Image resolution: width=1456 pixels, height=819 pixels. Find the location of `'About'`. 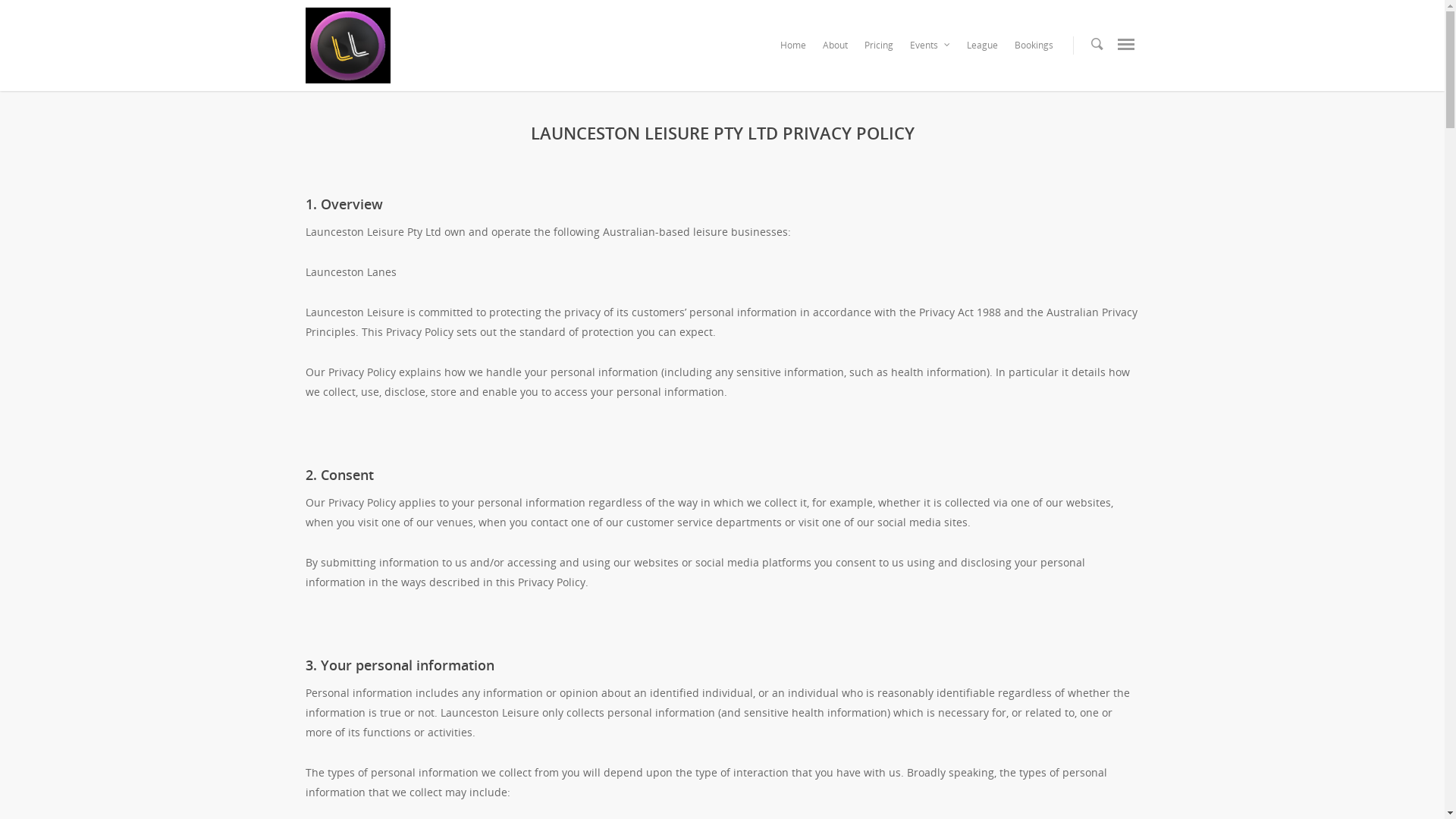

'About' is located at coordinates (833, 49).